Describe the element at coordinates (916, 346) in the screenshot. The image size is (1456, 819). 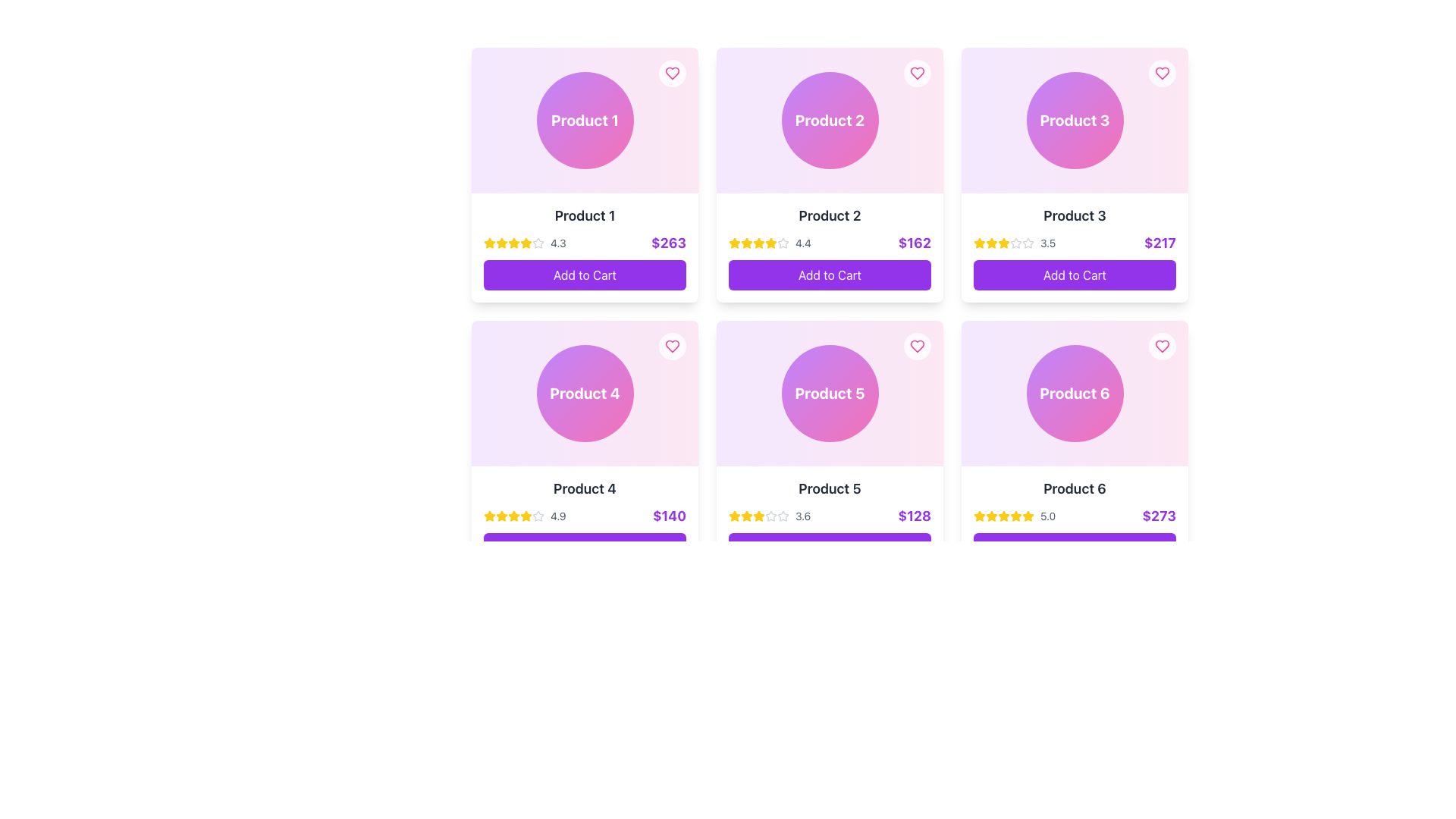
I see `the favorite button located in the upper-right corner of the card displaying 'Product 5' to mark or unmark the item as a favorite` at that location.